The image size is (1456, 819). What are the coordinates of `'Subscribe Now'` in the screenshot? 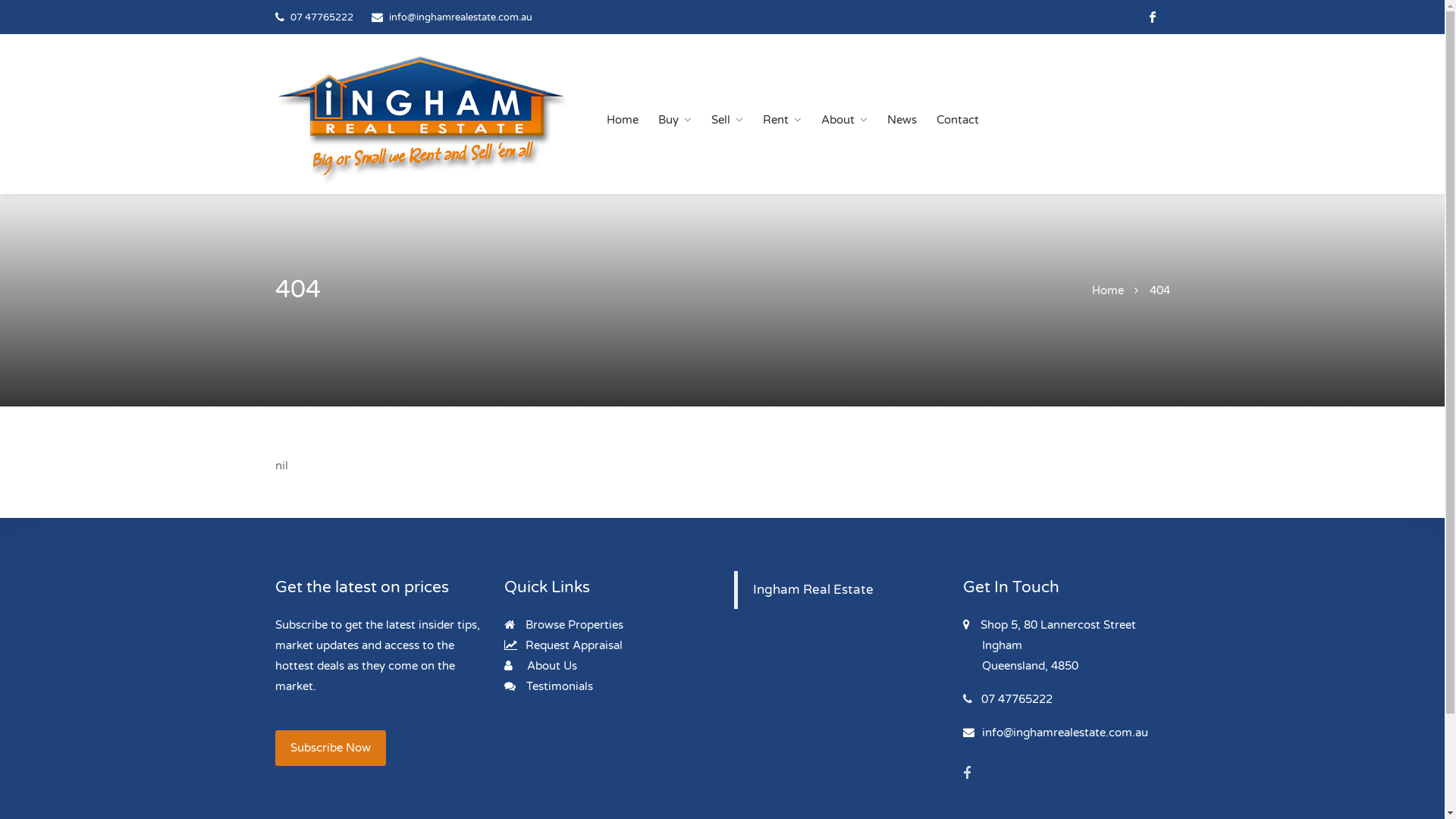 It's located at (329, 747).